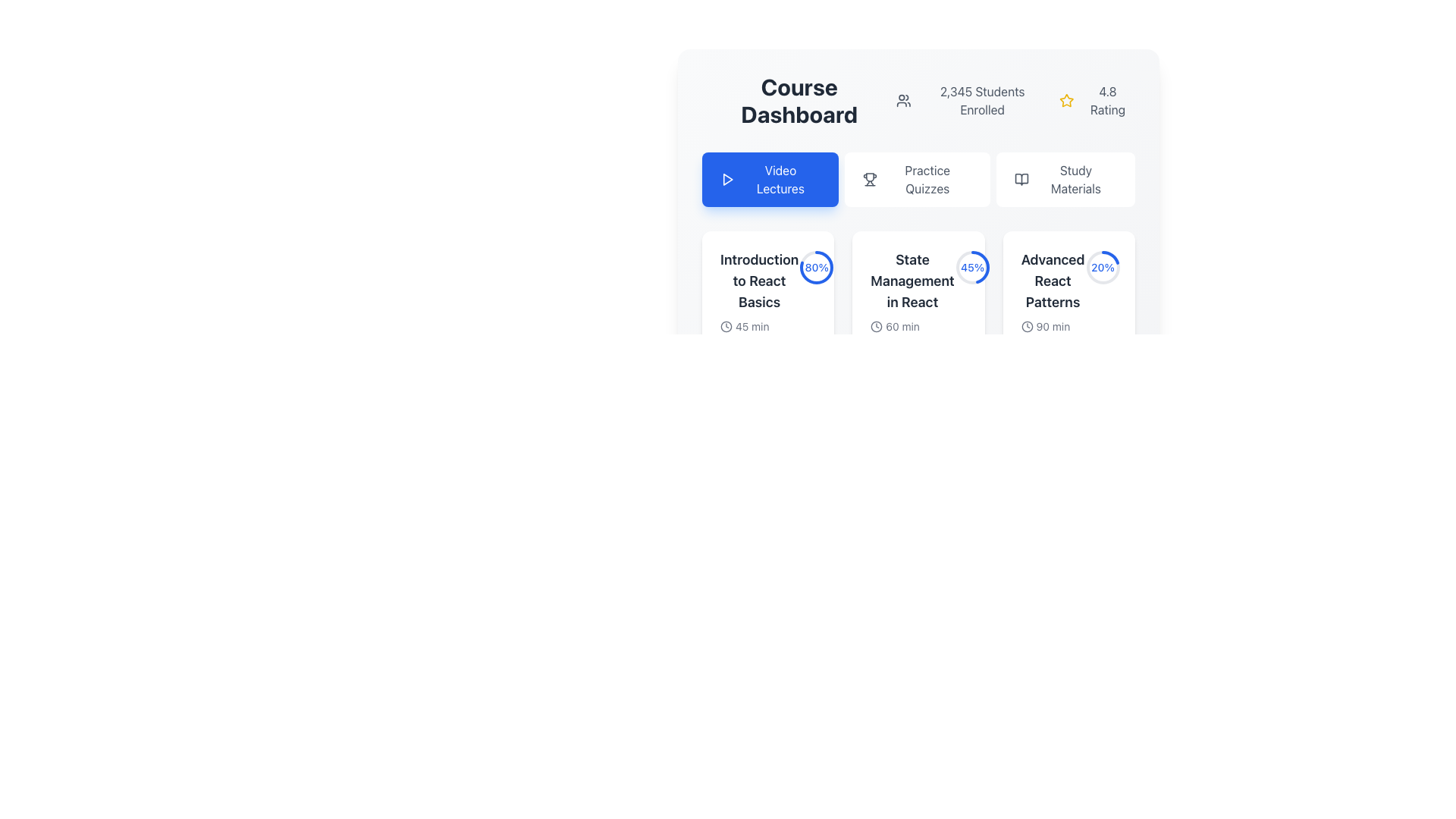 This screenshot has width=1456, height=819. I want to click on the circular graphic element representing a clock face, which is styled with a 2-pixel stroke width and no fill, located near the top-right of the layout, so click(877, 326).